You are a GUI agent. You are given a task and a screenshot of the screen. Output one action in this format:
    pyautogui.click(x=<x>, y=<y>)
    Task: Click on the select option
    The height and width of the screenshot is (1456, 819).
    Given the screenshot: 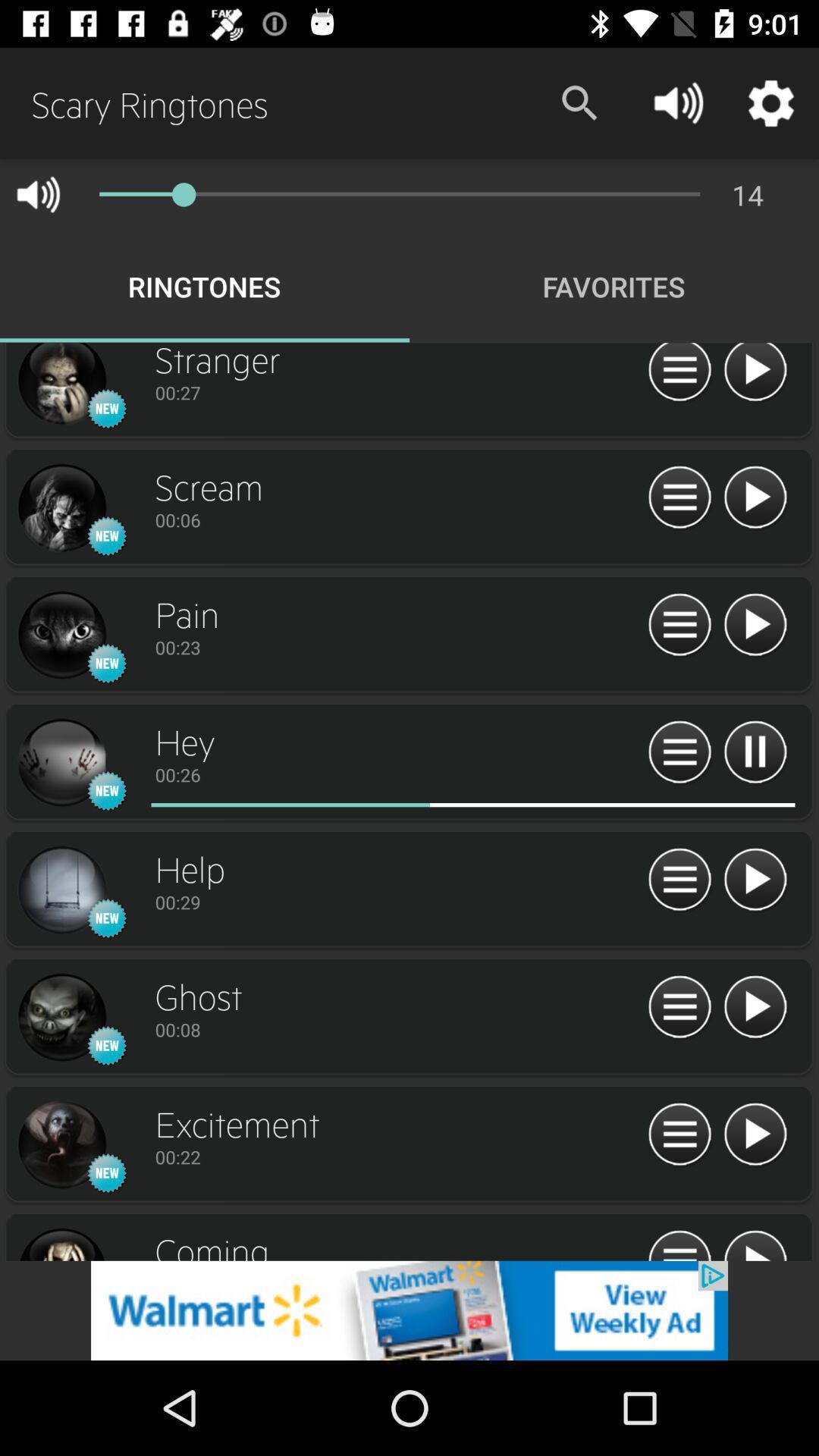 What is the action you would take?
    pyautogui.click(x=679, y=880)
    